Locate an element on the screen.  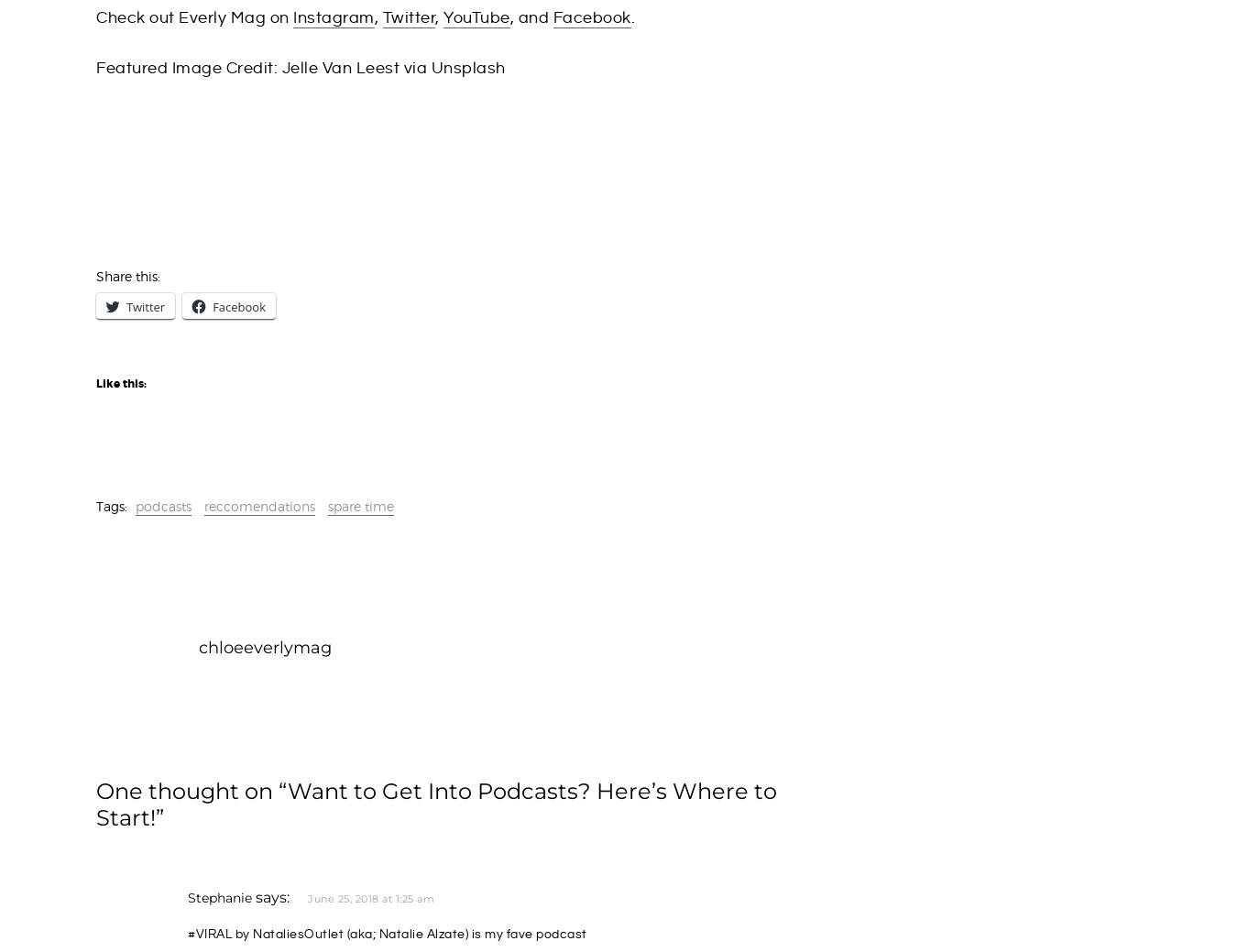
'Instagram' is located at coordinates (333, 16).